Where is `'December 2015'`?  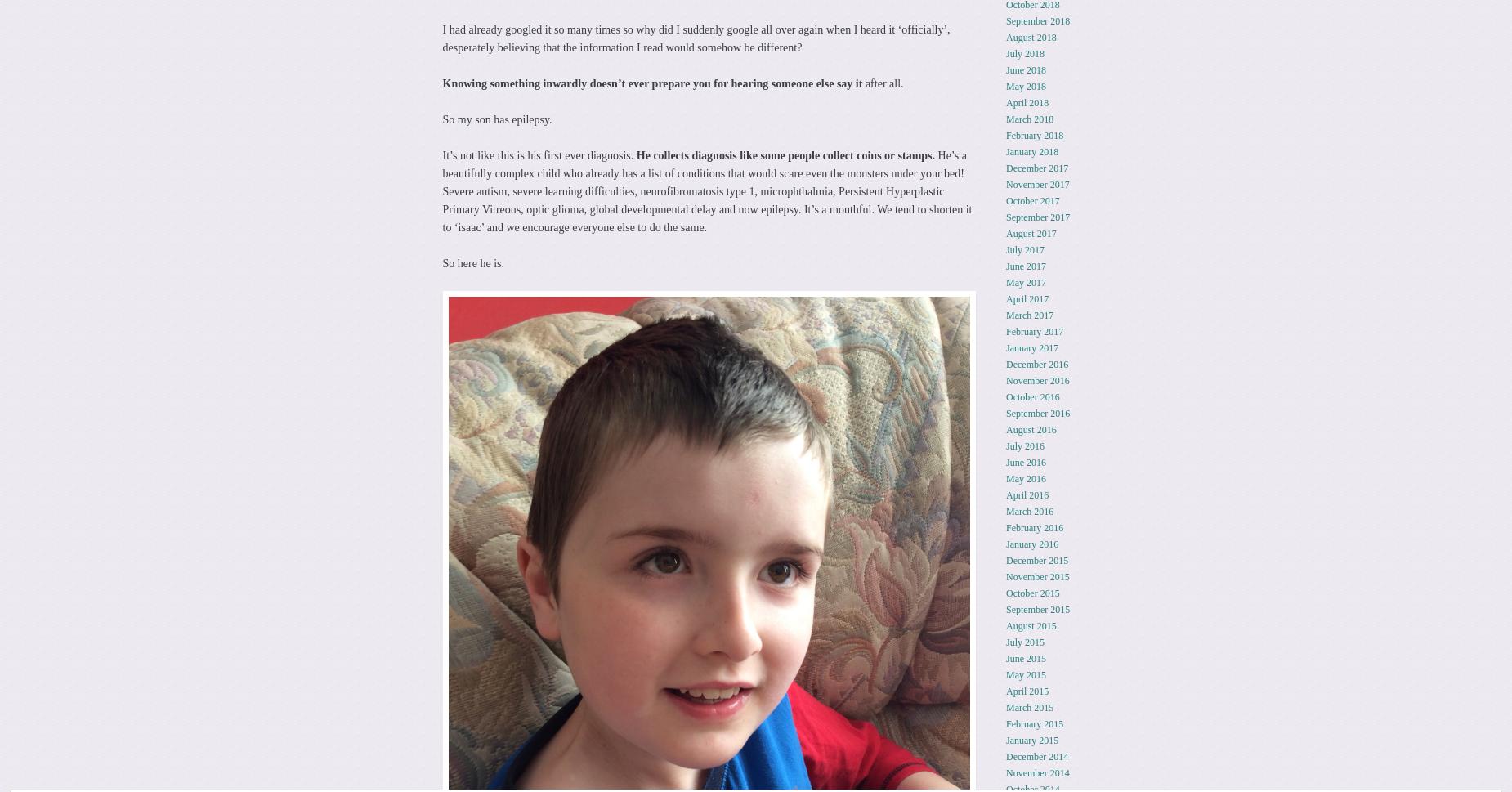 'December 2015' is located at coordinates (1036, 558).